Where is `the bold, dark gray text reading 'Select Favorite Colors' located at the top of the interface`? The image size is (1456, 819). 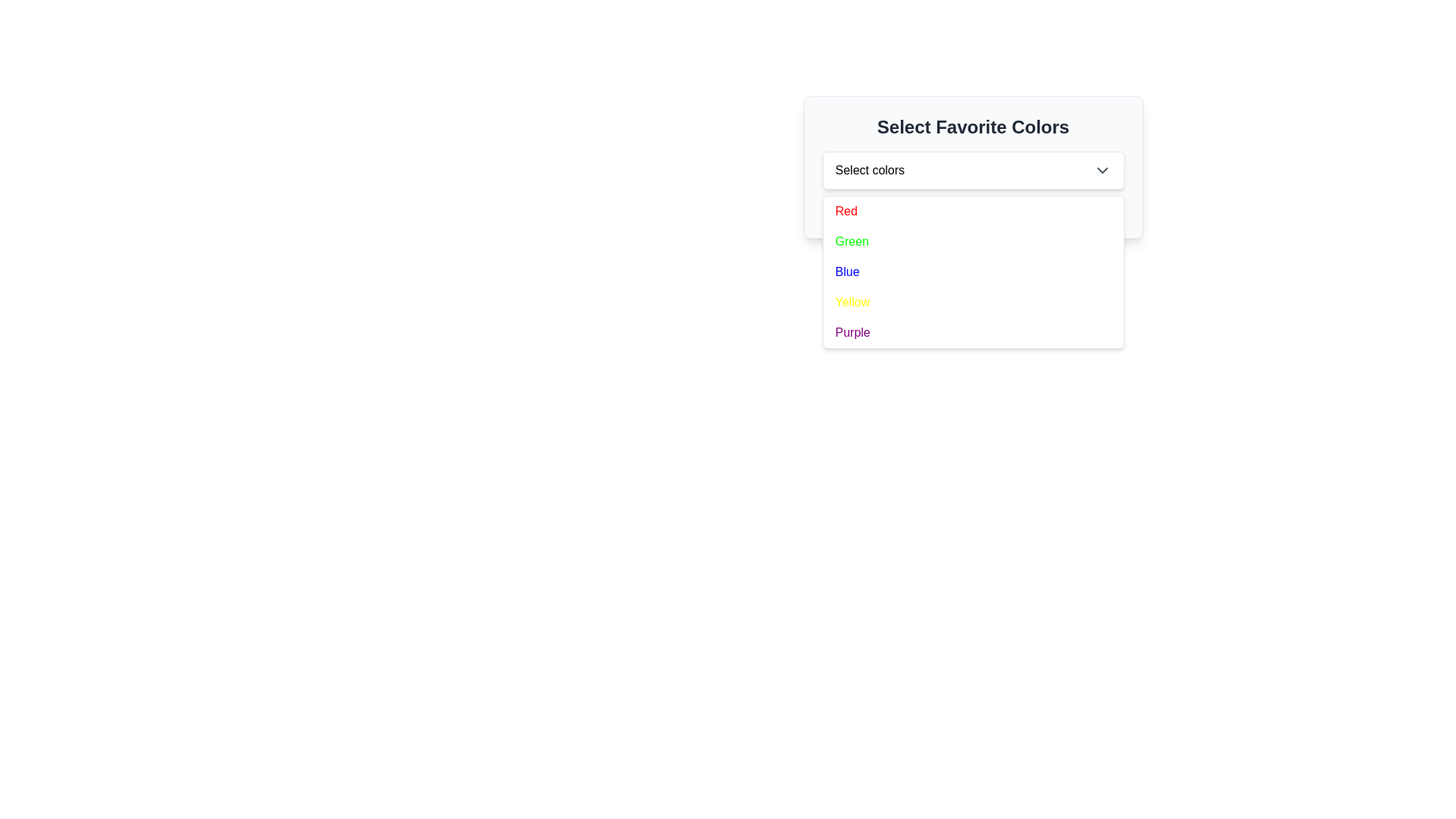
the bold, dark gray text reading 'Select Favorite Colors' located at the top of the interface is located at coordinates (973, 127).